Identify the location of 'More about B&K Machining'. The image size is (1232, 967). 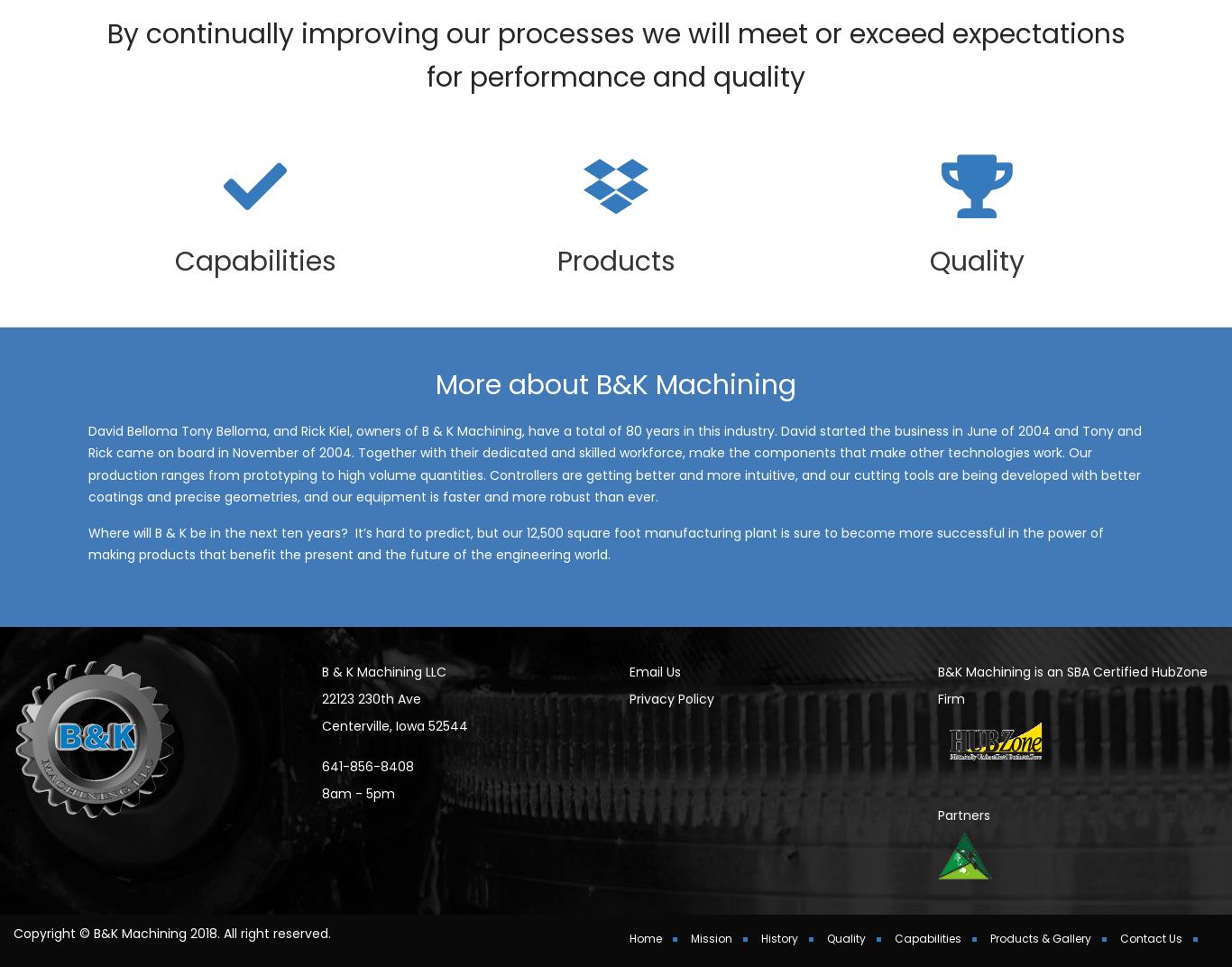
(616, 408).